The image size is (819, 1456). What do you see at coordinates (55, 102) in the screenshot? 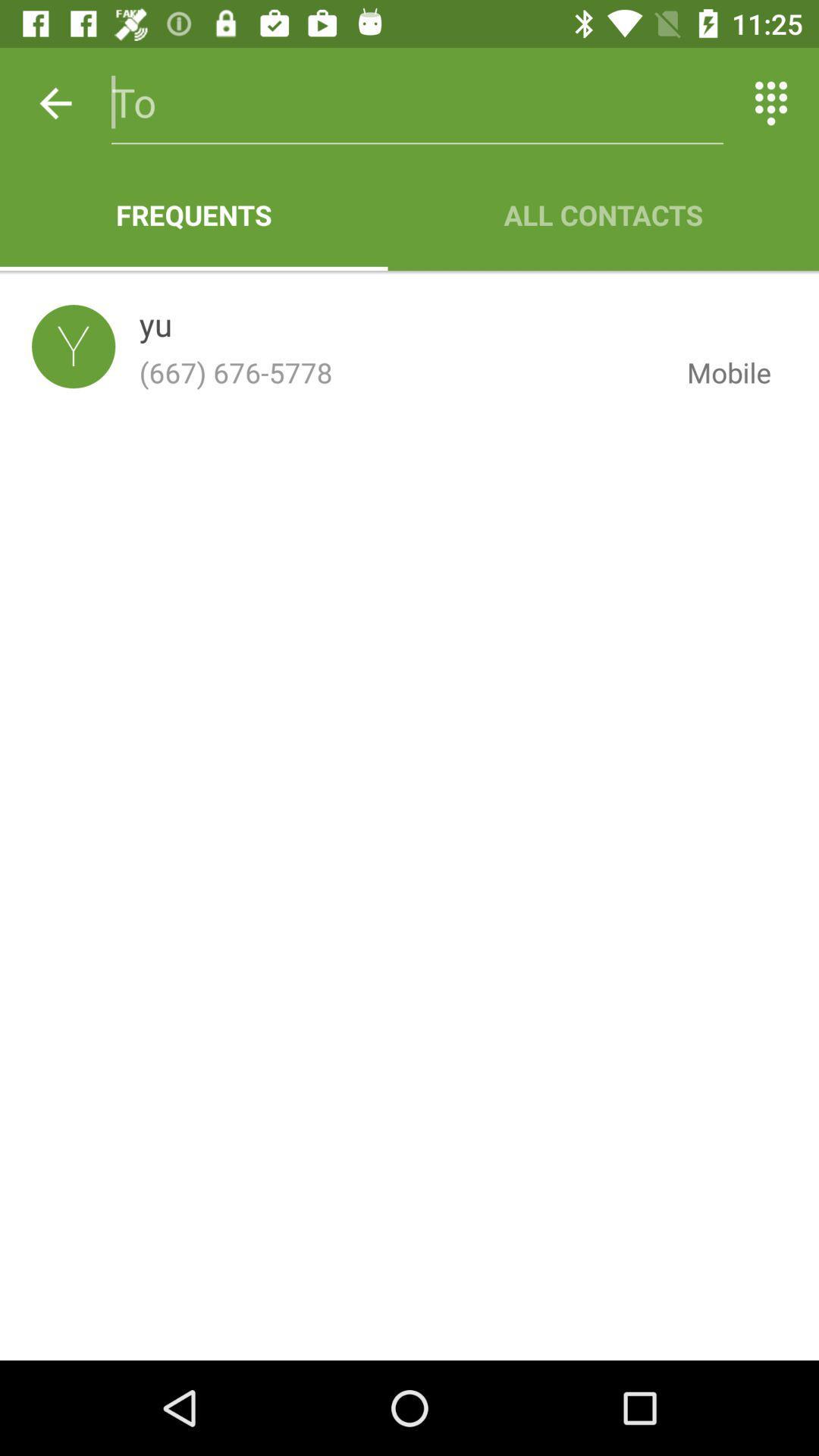
I see `the app above frequents item` at bounding box center [55, 102].